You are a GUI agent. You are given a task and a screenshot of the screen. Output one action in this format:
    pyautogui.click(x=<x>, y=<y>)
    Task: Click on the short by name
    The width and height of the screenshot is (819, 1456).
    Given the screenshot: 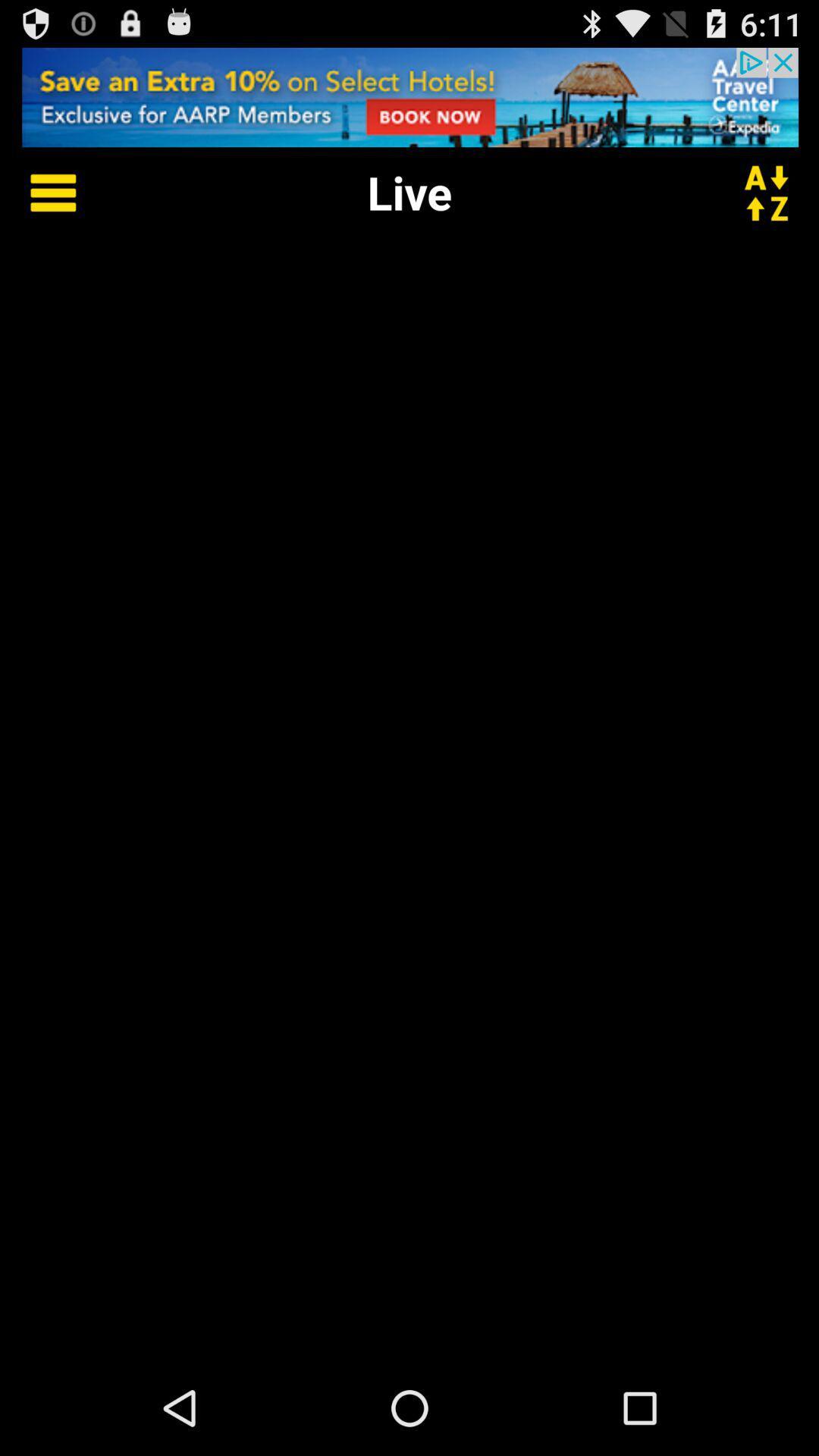 What is the action you would take?
    pyautogui.click(x=776, y=191)
    